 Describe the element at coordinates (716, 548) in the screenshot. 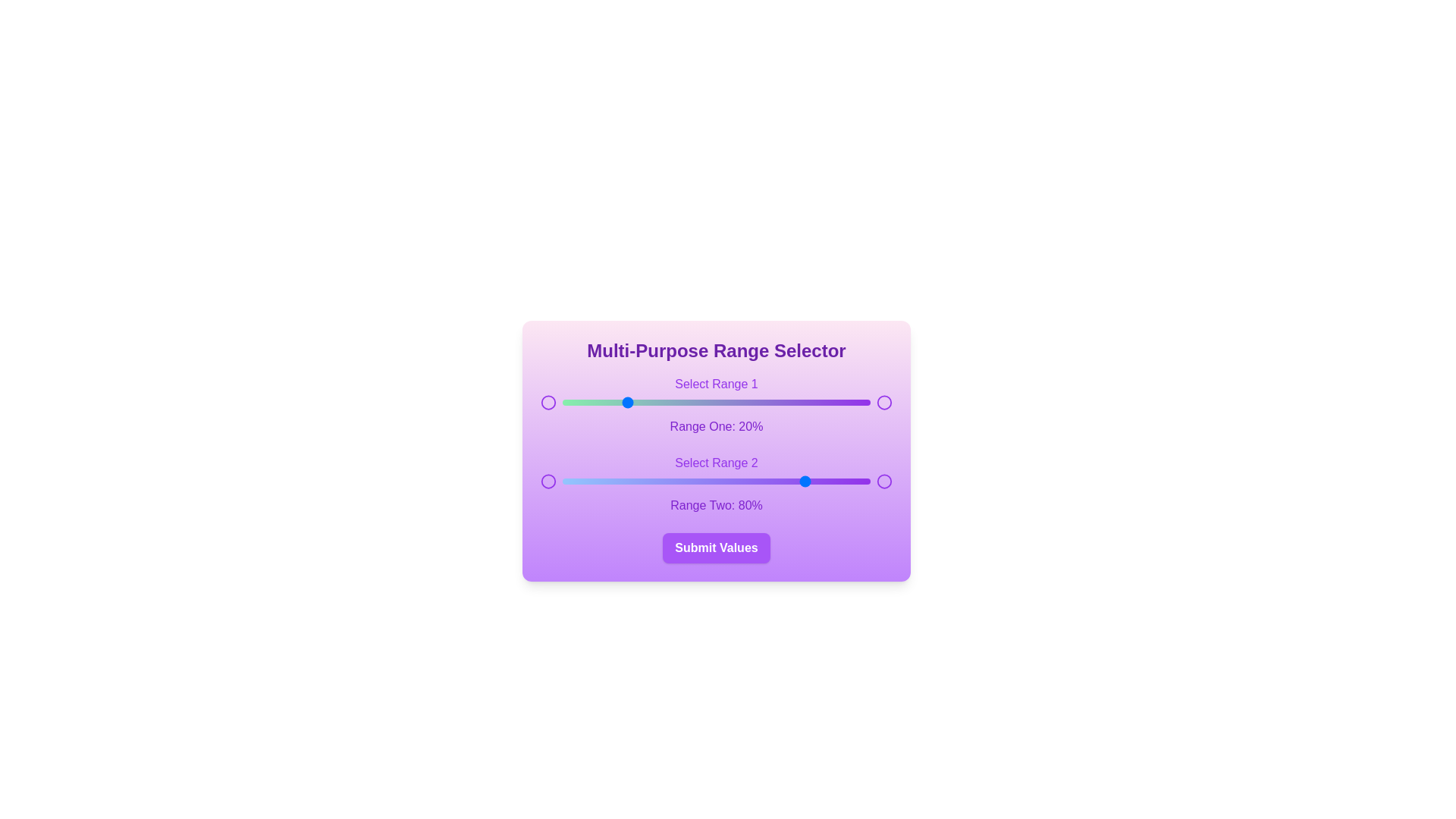

I see `submit button to submit the selected values` at that location.